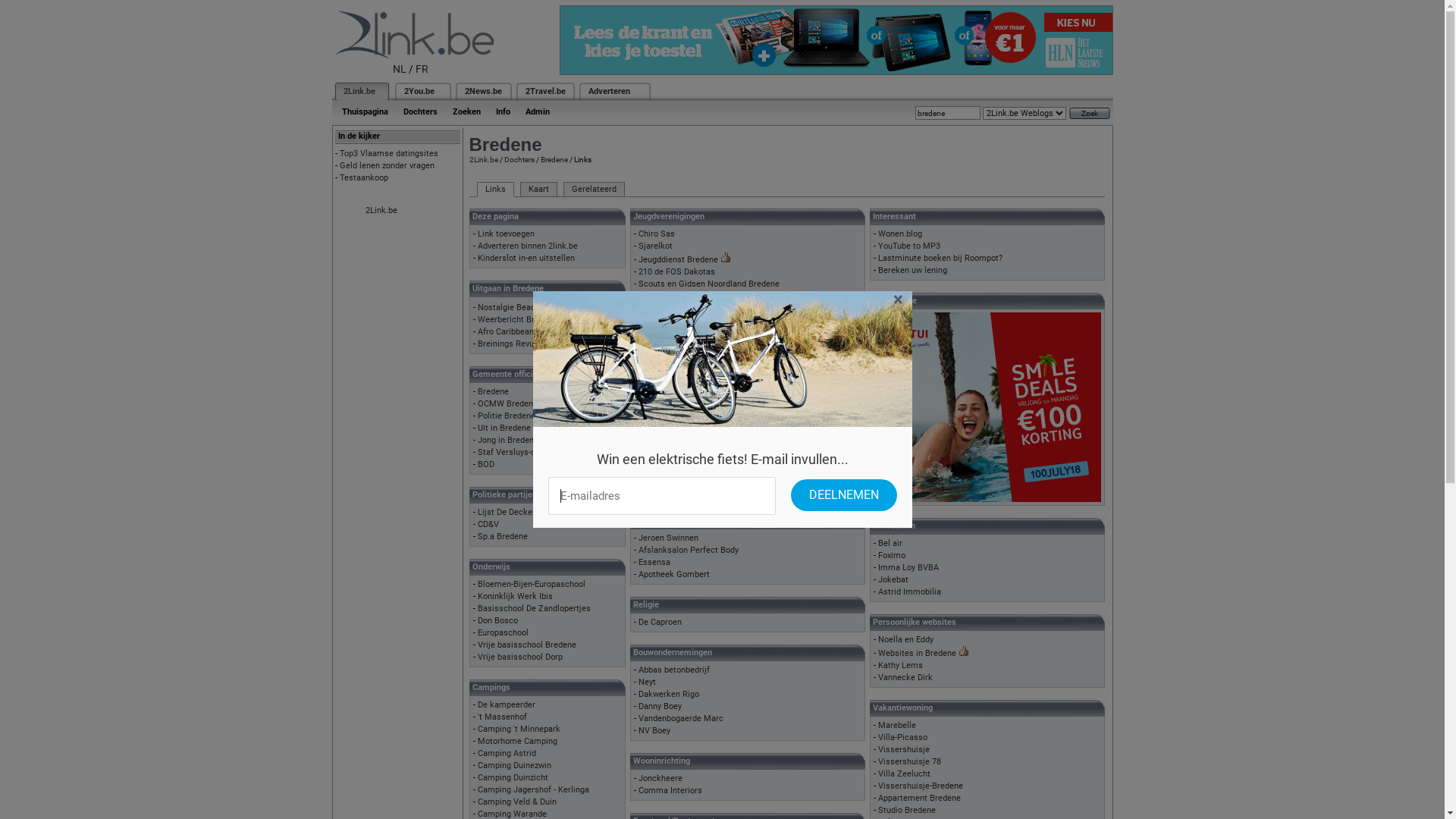 The height and width of the screenshot is (819, 1456). I want to click on '2You.be', so click(419, 91).